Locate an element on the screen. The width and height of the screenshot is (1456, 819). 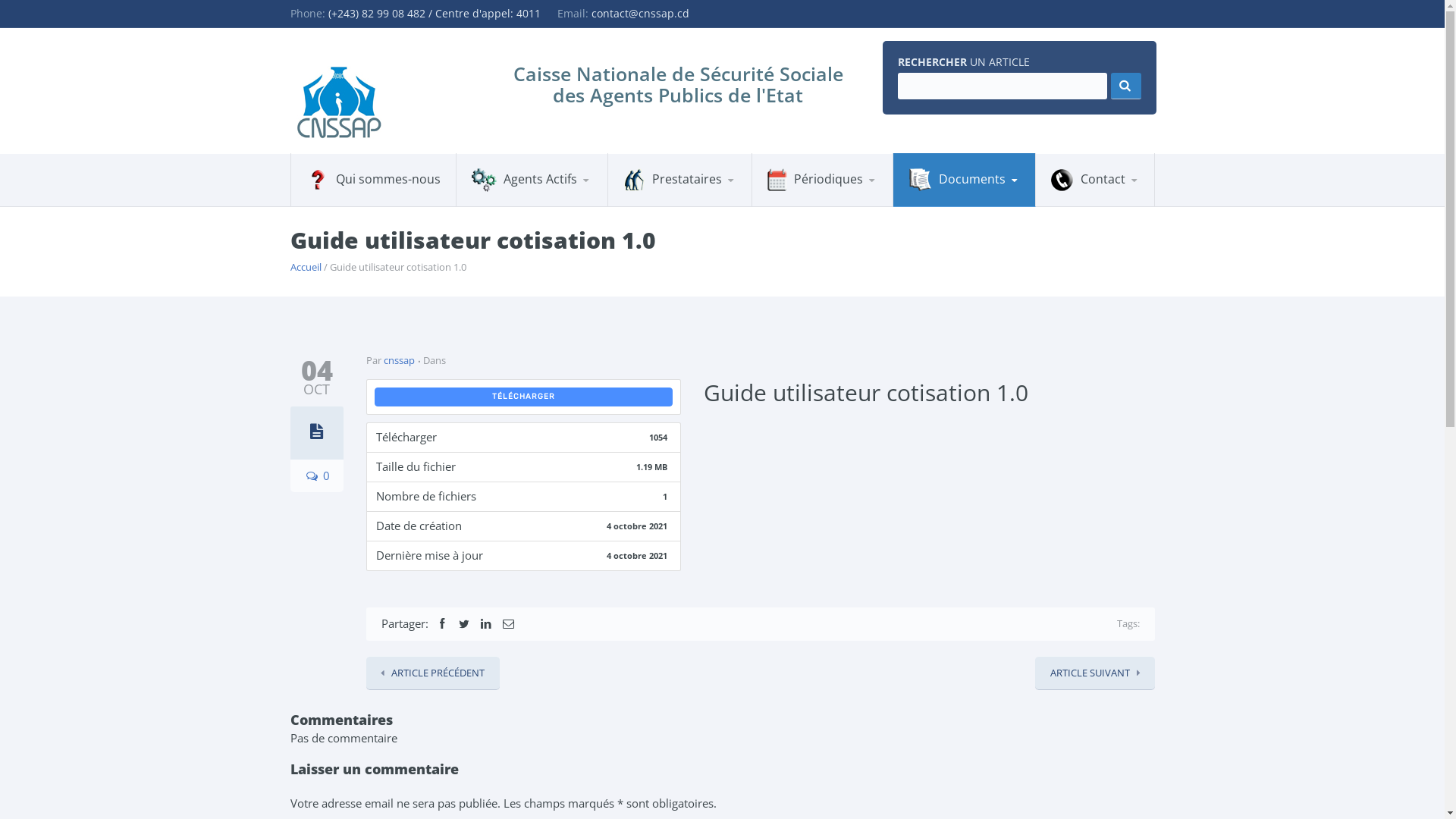
'contact@cnssap.cd' is located at coordinates (640, 13).